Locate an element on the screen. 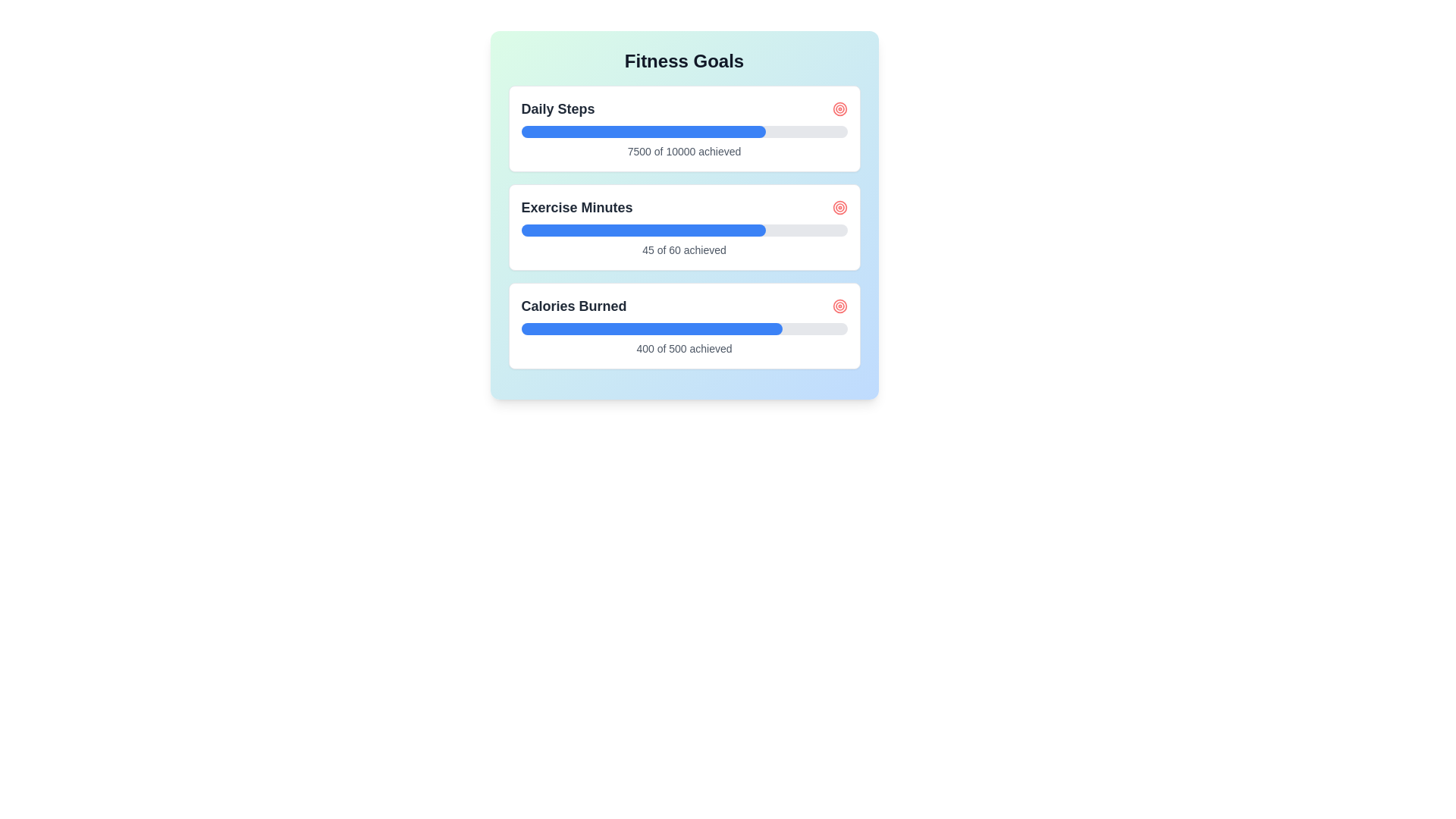 Image resolution: width=1456 pixels, height=819 pixels. the horizontal progress bar with rounded corners located in the 'Calories Burned' card, indicating 80% progress is located at coordinates (683, 328).